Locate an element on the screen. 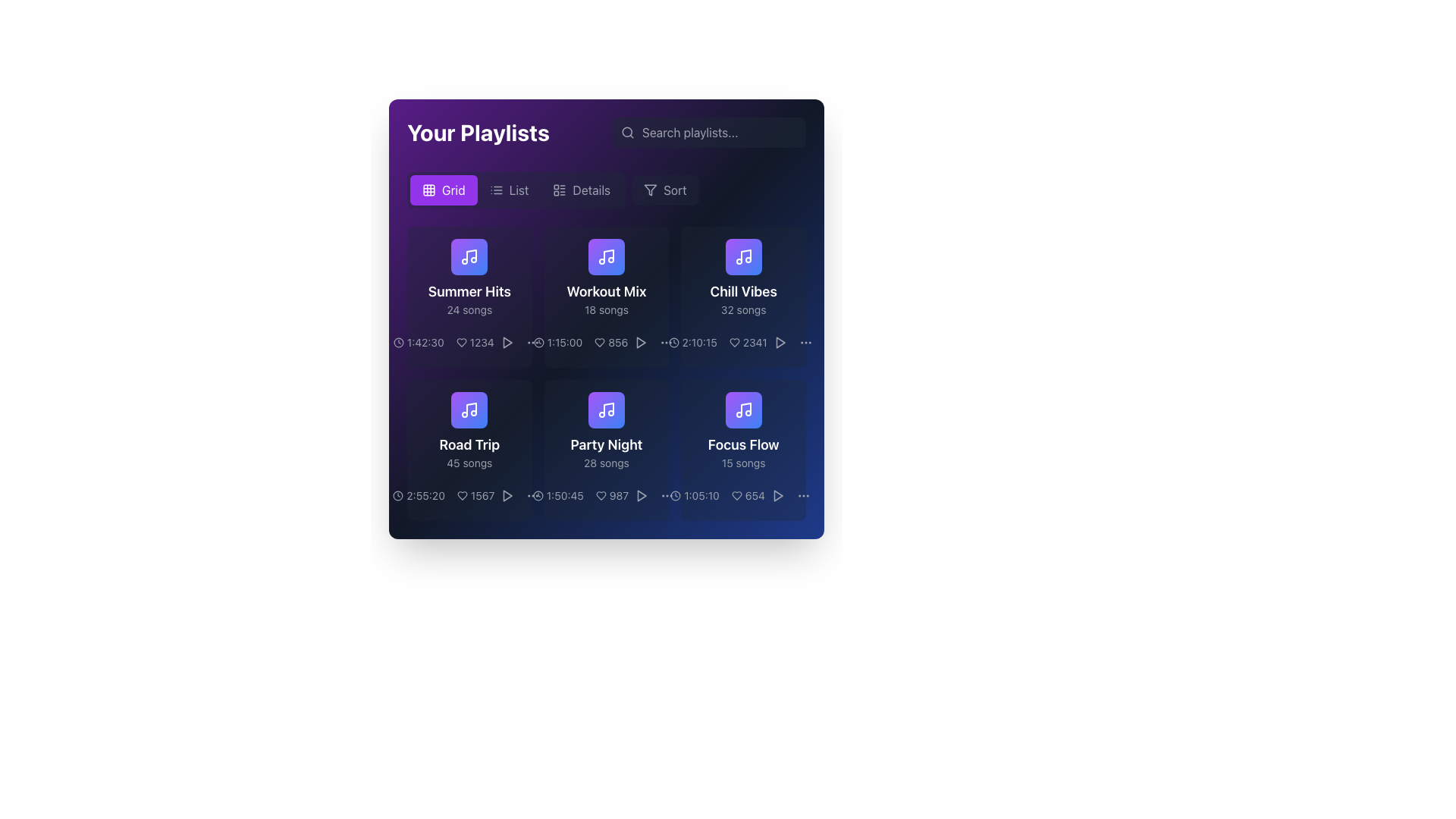 The width and height of the screenshot is (1456, 819). value from the static text label displaying '2341' next to the heart icon in the 'Chill Vibes' playlist card is located at coordinates (743, 342).